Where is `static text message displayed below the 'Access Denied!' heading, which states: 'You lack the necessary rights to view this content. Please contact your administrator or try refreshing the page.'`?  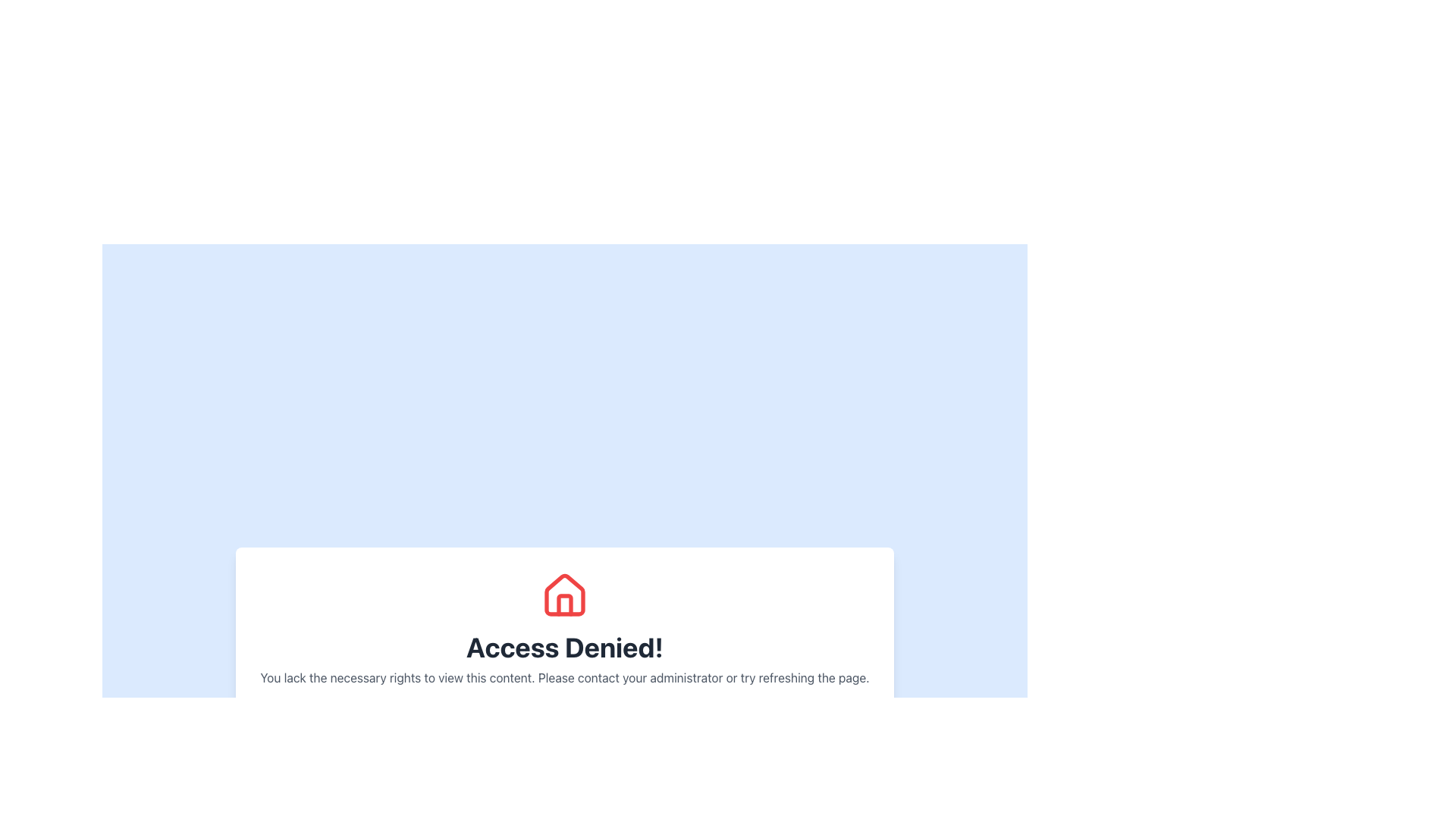 static text message displayed below the 'Access Denied!' heading, which states: 'You lack the necessary rights to view this content. Please contact your administrator or try refreshing the page.' is located at coordinates (563, 677).